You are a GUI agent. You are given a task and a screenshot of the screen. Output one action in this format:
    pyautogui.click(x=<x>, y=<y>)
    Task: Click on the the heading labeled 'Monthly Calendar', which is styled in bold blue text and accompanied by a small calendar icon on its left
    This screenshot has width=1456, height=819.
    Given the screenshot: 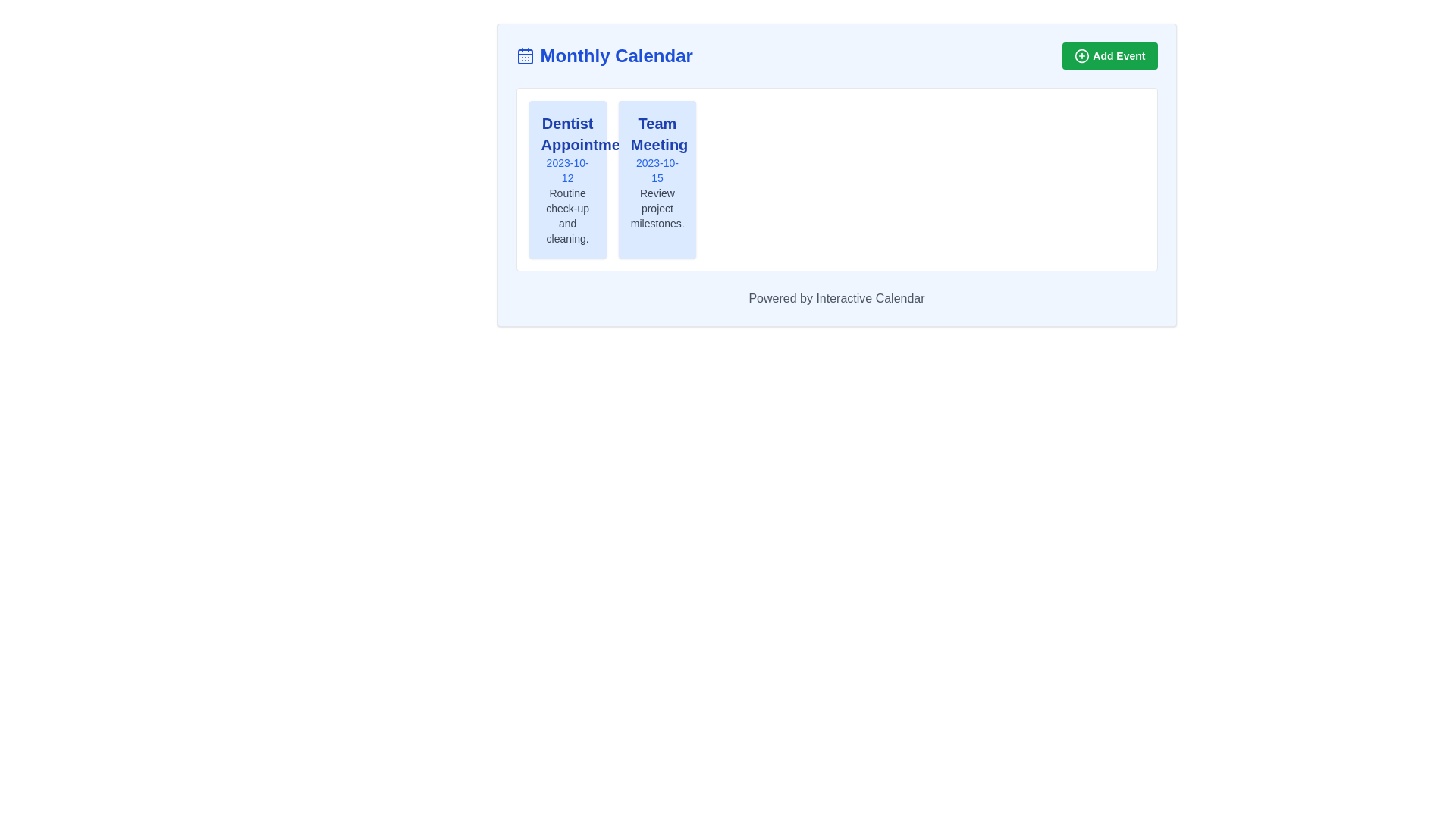 What is the action you would take?
    pyautogui.click(x=604, y=55)
    